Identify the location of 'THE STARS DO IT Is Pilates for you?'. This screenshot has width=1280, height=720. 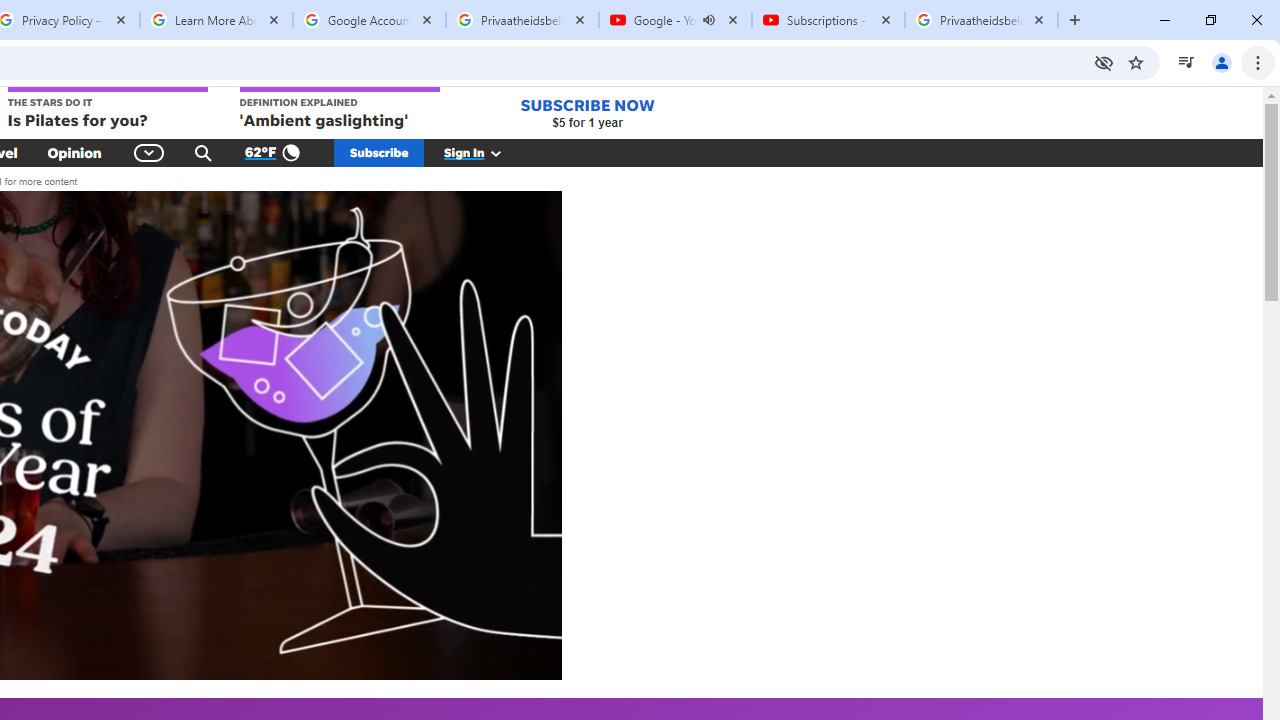
(105, 109).